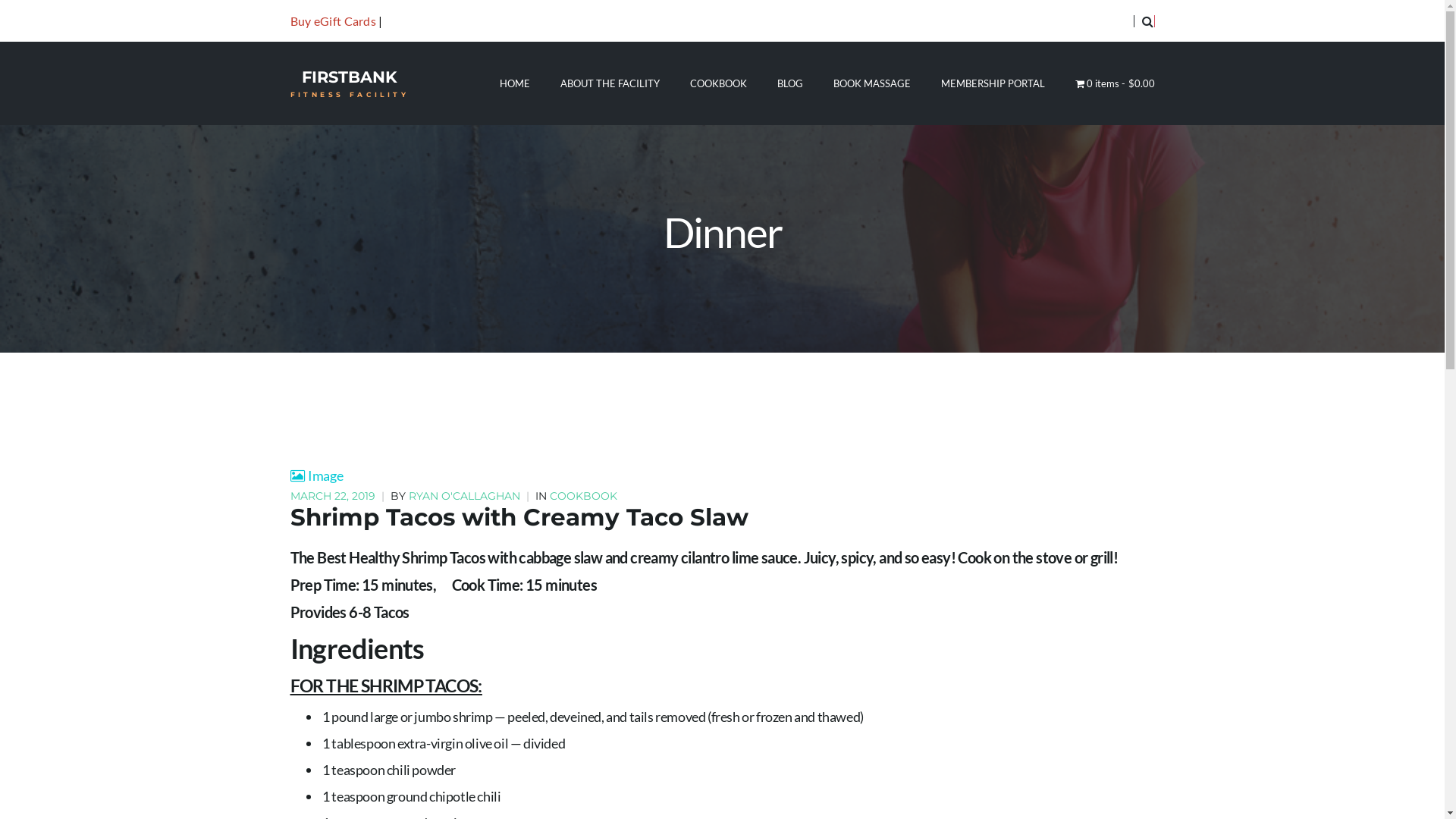 This screenshot has width=1456, height=819. Describe the element at coordinates (833, 83) in the screenshot. I see `'BOOK MASSAGE'` at that location.